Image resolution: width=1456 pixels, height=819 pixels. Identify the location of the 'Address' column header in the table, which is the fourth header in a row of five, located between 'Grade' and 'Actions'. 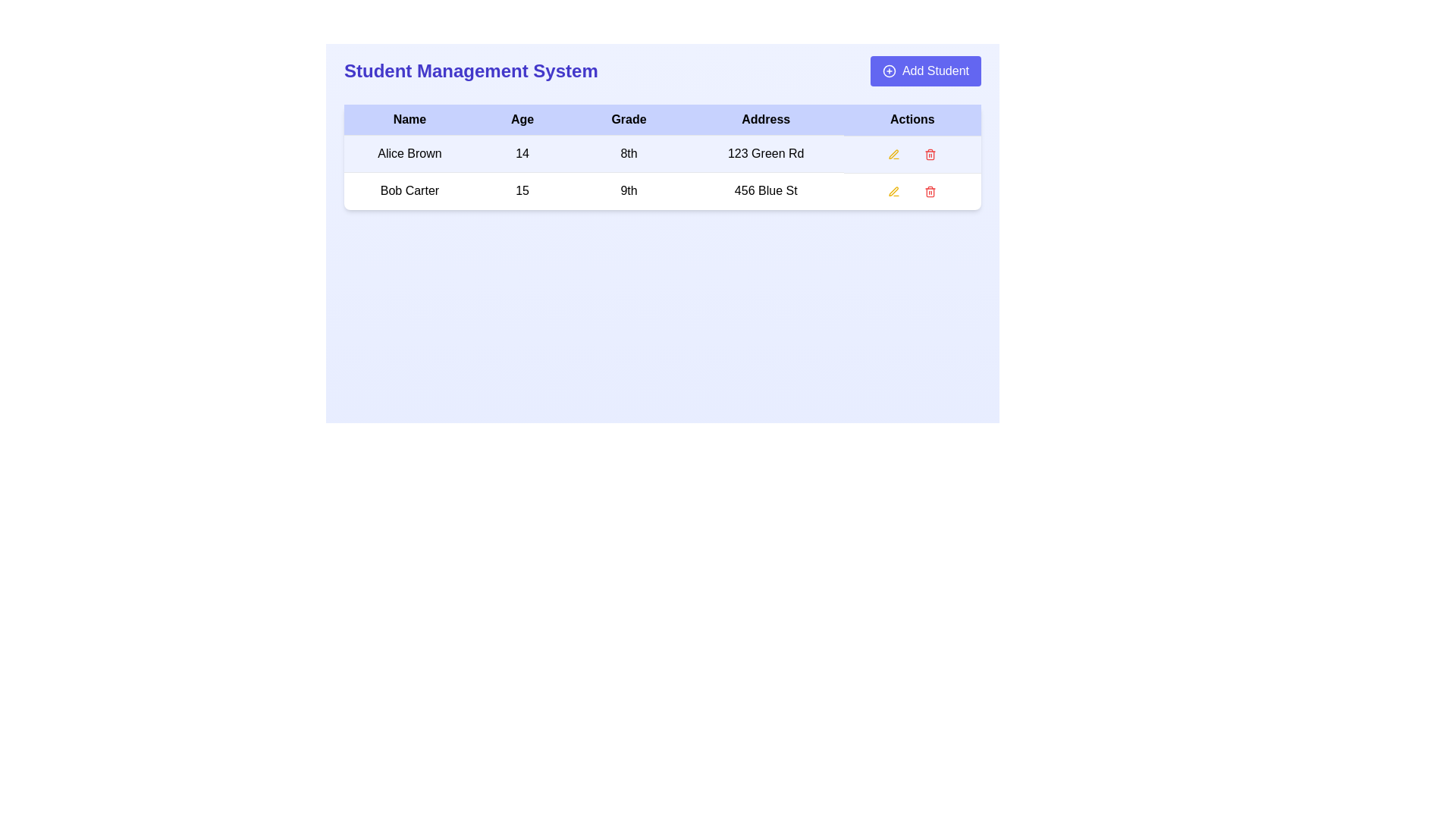
(766, 119).